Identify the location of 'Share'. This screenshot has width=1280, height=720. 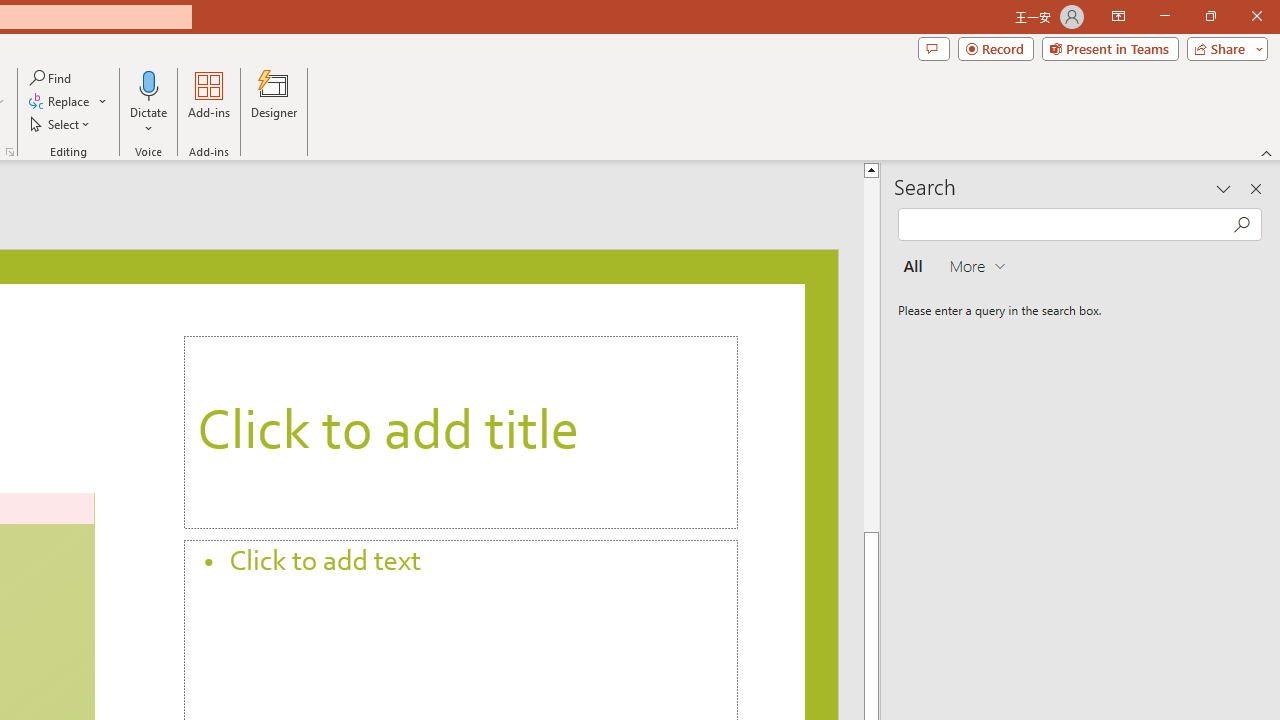
(1222, 47).